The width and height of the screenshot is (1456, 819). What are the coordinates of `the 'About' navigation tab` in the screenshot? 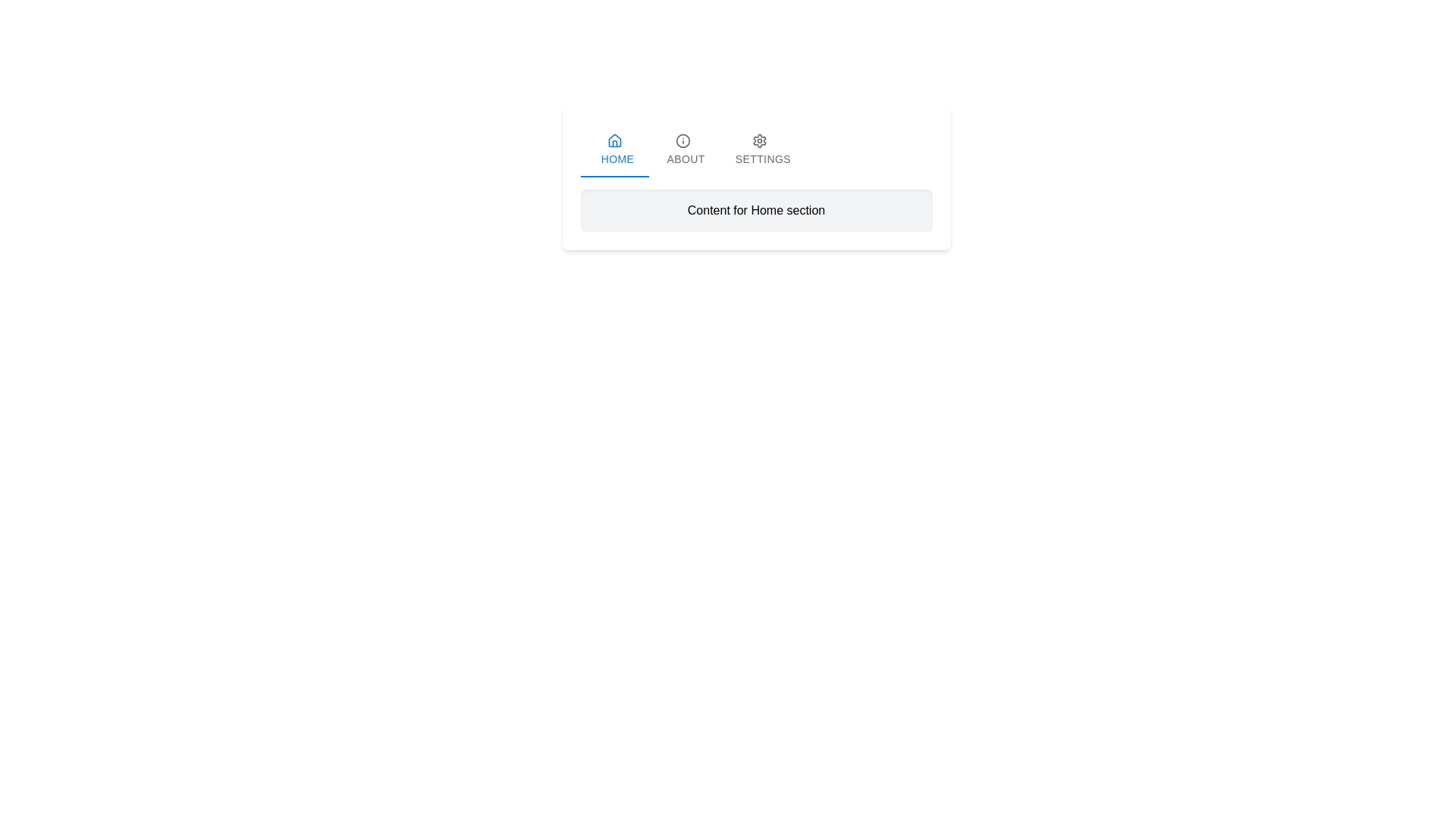 It's located at (682, 149).